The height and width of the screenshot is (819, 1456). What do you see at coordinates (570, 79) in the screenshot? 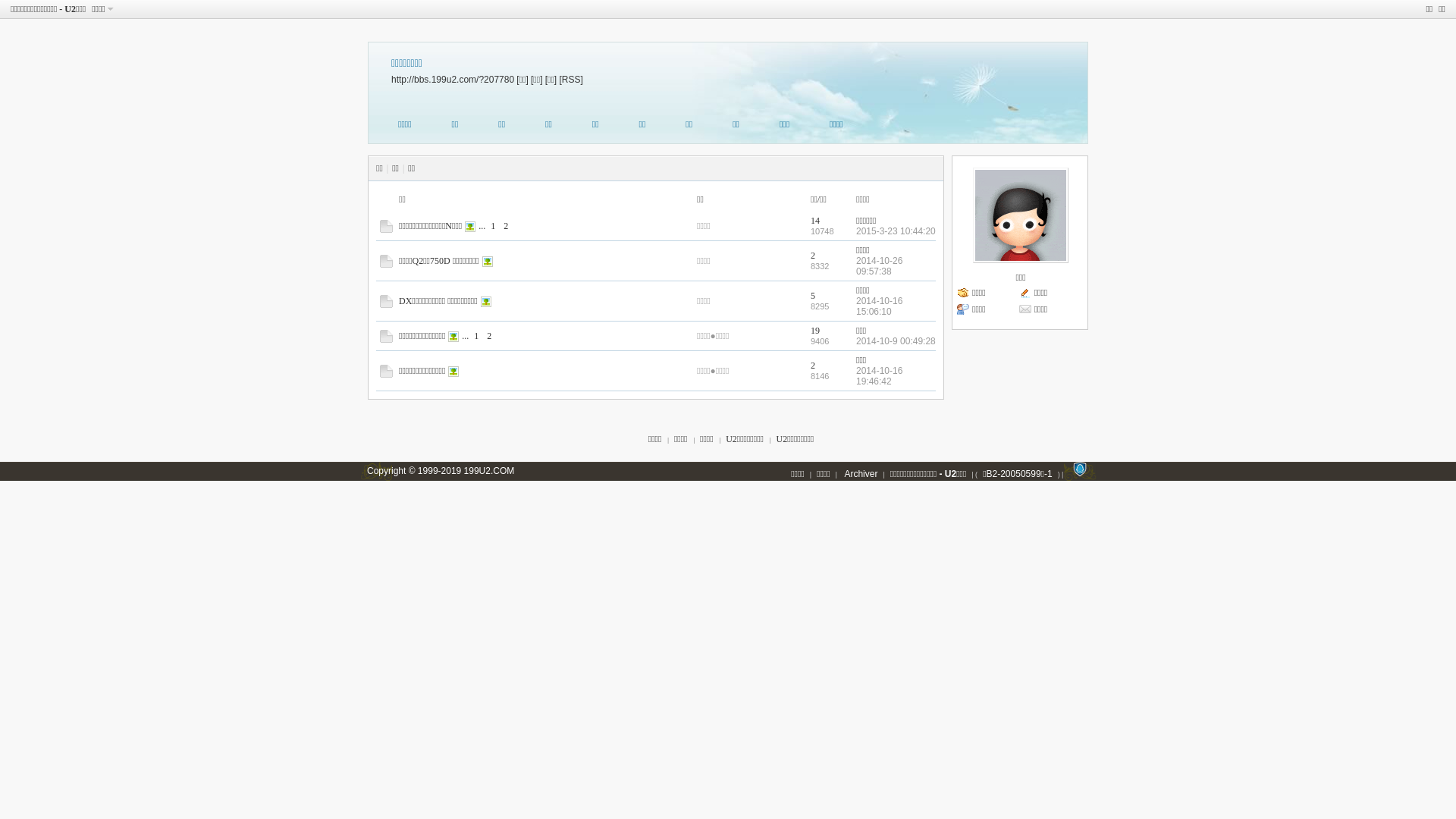
I see `'[RSS]'` at bounding box center [570, 79].